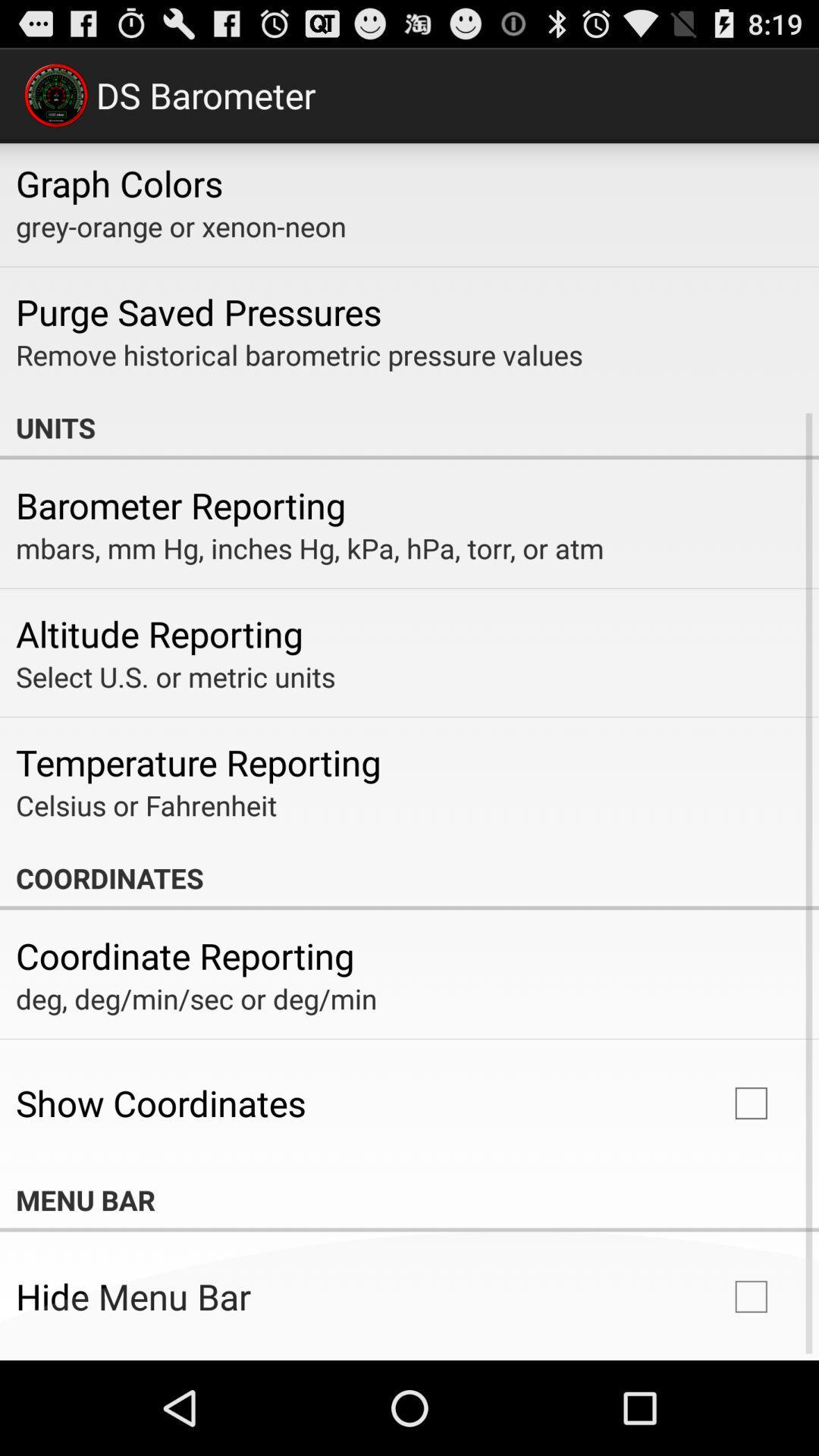  What do you see at coordinates (161, 1103) in the screenshot?
I see `the show coordinates icon` at bounding box center [161, 1103].